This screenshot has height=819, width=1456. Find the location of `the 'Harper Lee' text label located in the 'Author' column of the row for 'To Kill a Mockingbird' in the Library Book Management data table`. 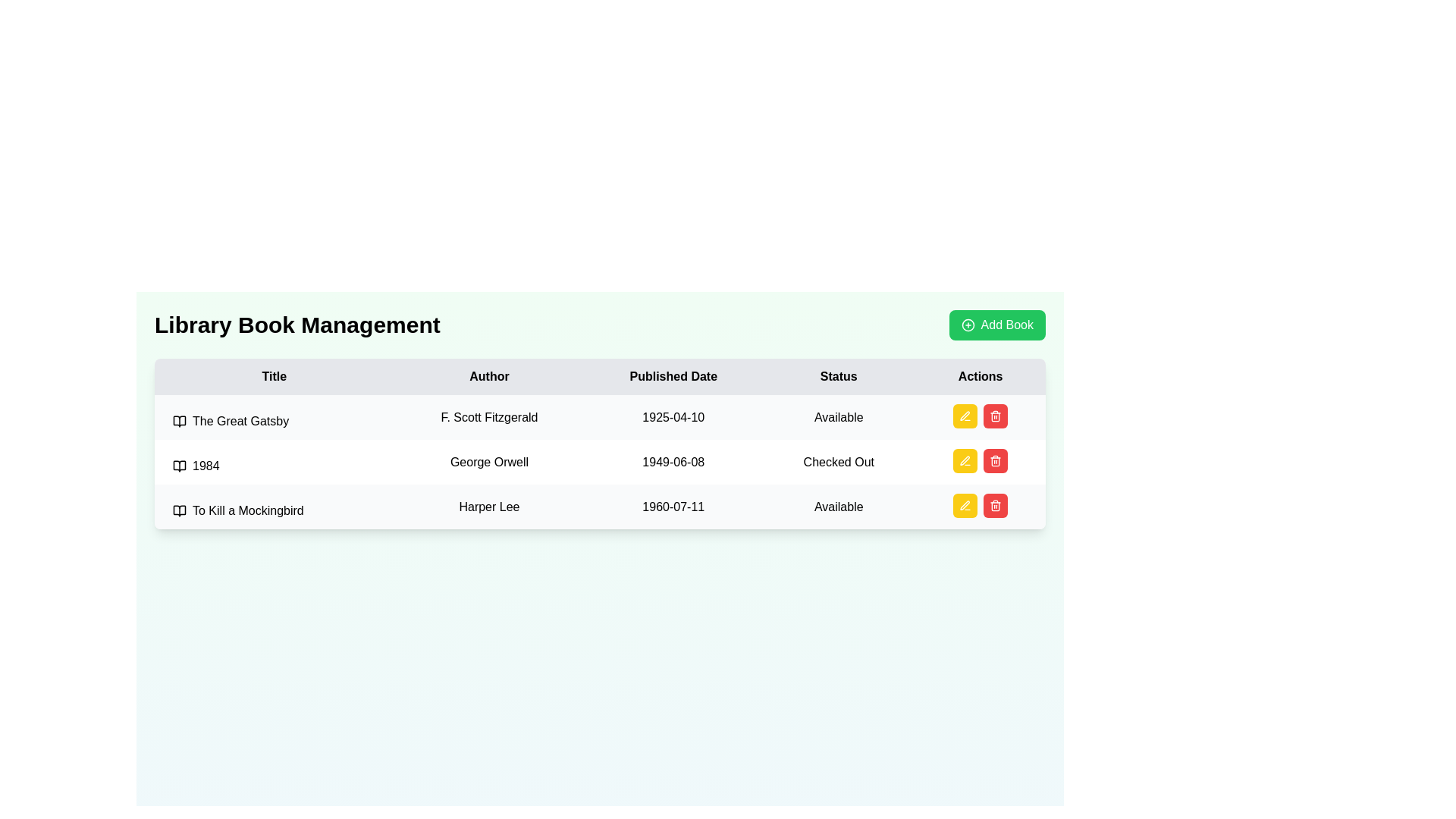

the 'Harper Lee' text label located in the 'Author' column of the row for 'To Kill a Mockingbird' in the Library Book Management data table is located at coordinates (489, 507).